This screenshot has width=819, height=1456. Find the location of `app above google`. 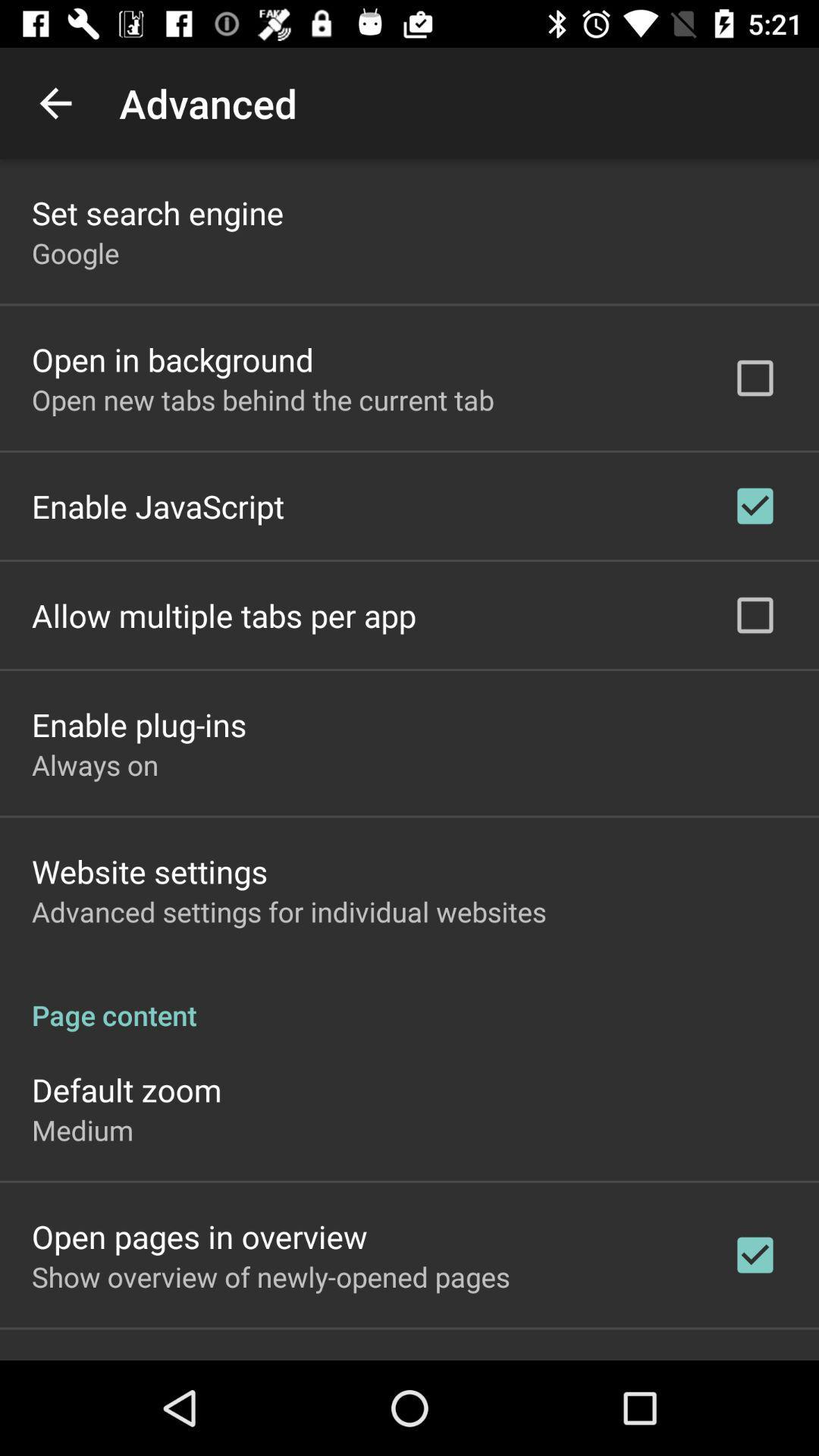

app above google is located at coordinates (158, 212).